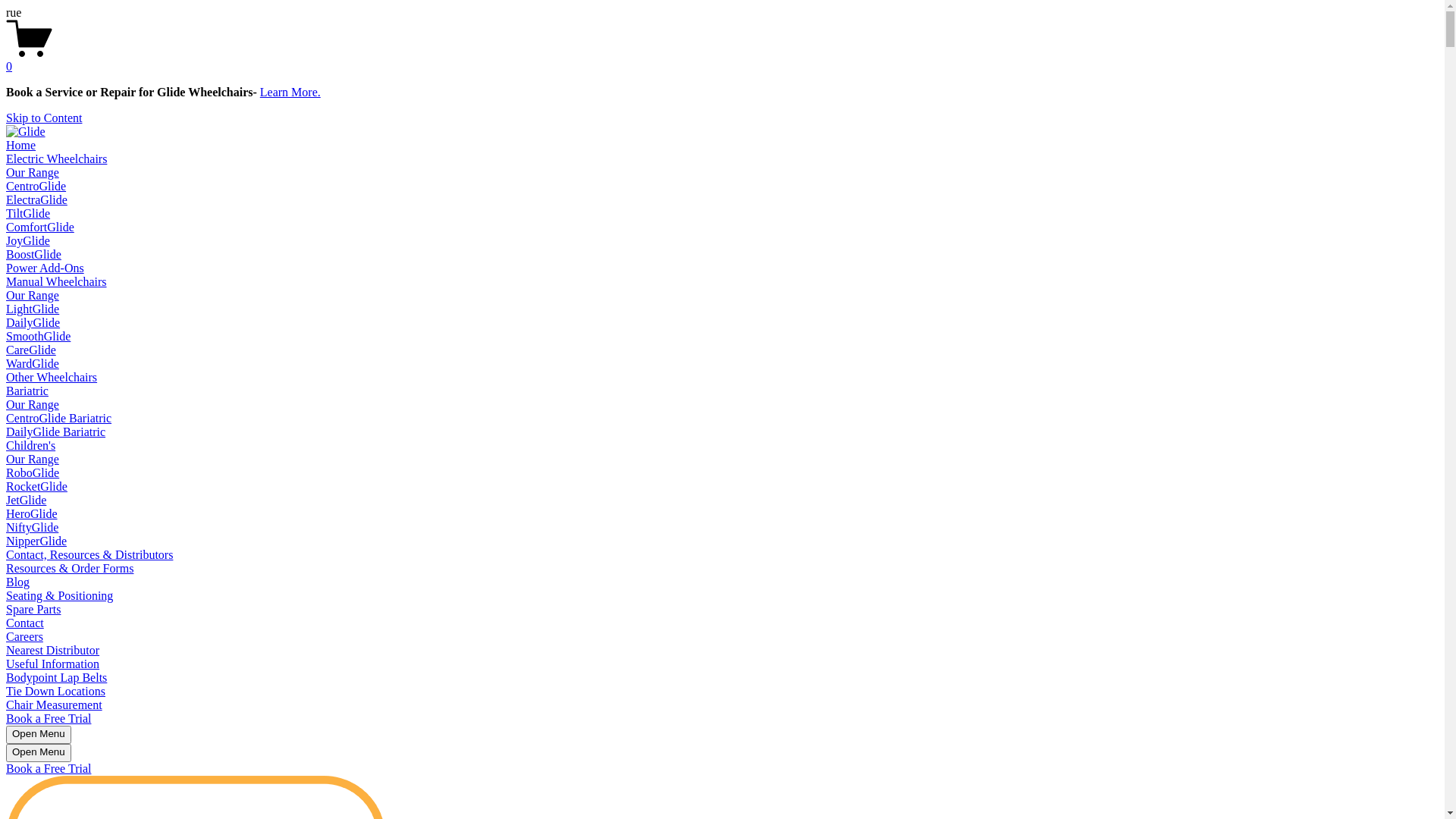  What do you see at coordinates (33, 458) in the screenshot?
I see `'Our Range'` at bounding box center [33, 458].